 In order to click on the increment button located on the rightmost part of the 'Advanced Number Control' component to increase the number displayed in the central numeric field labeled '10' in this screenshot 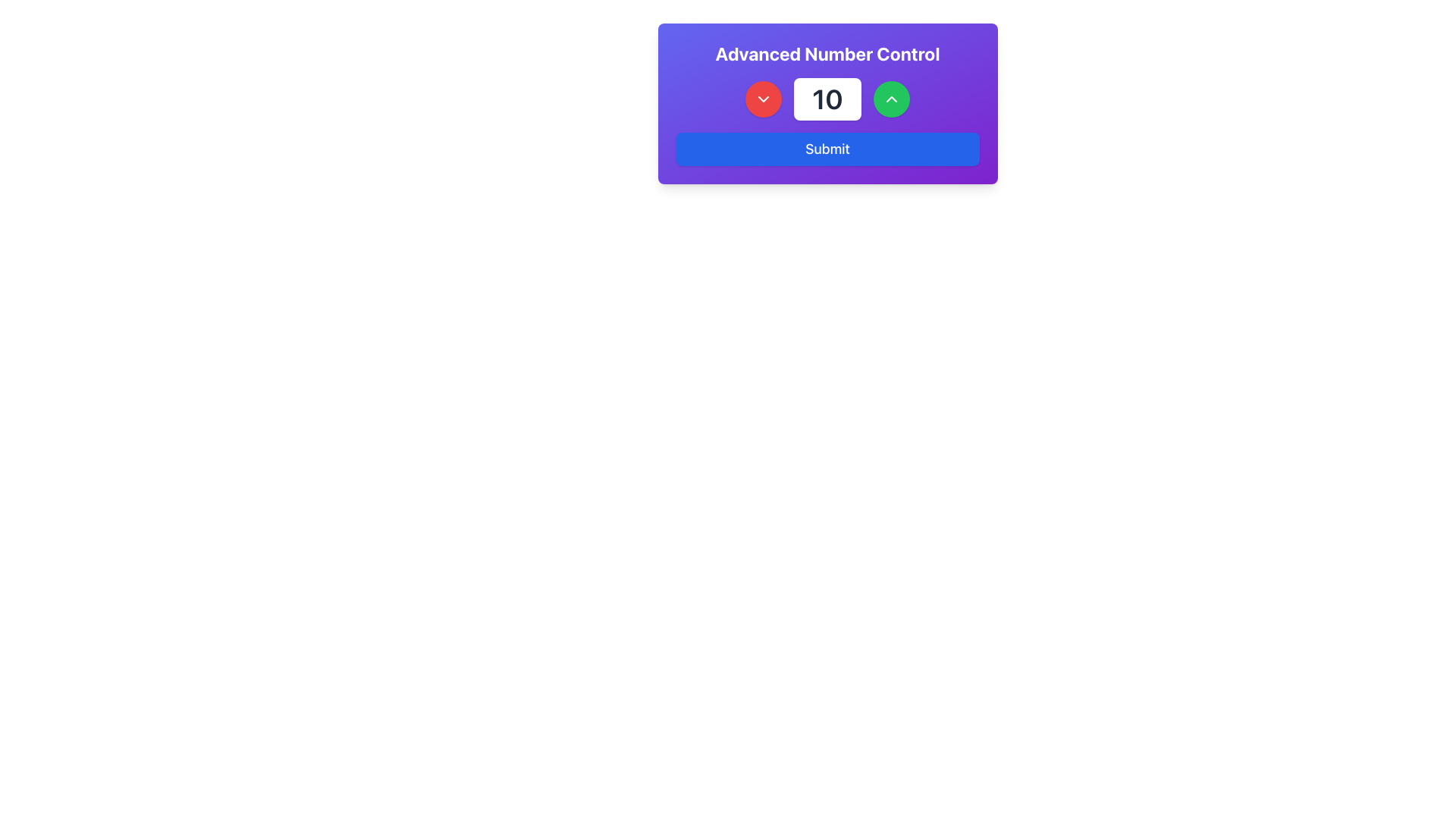, I will do `click(891, 99)`.